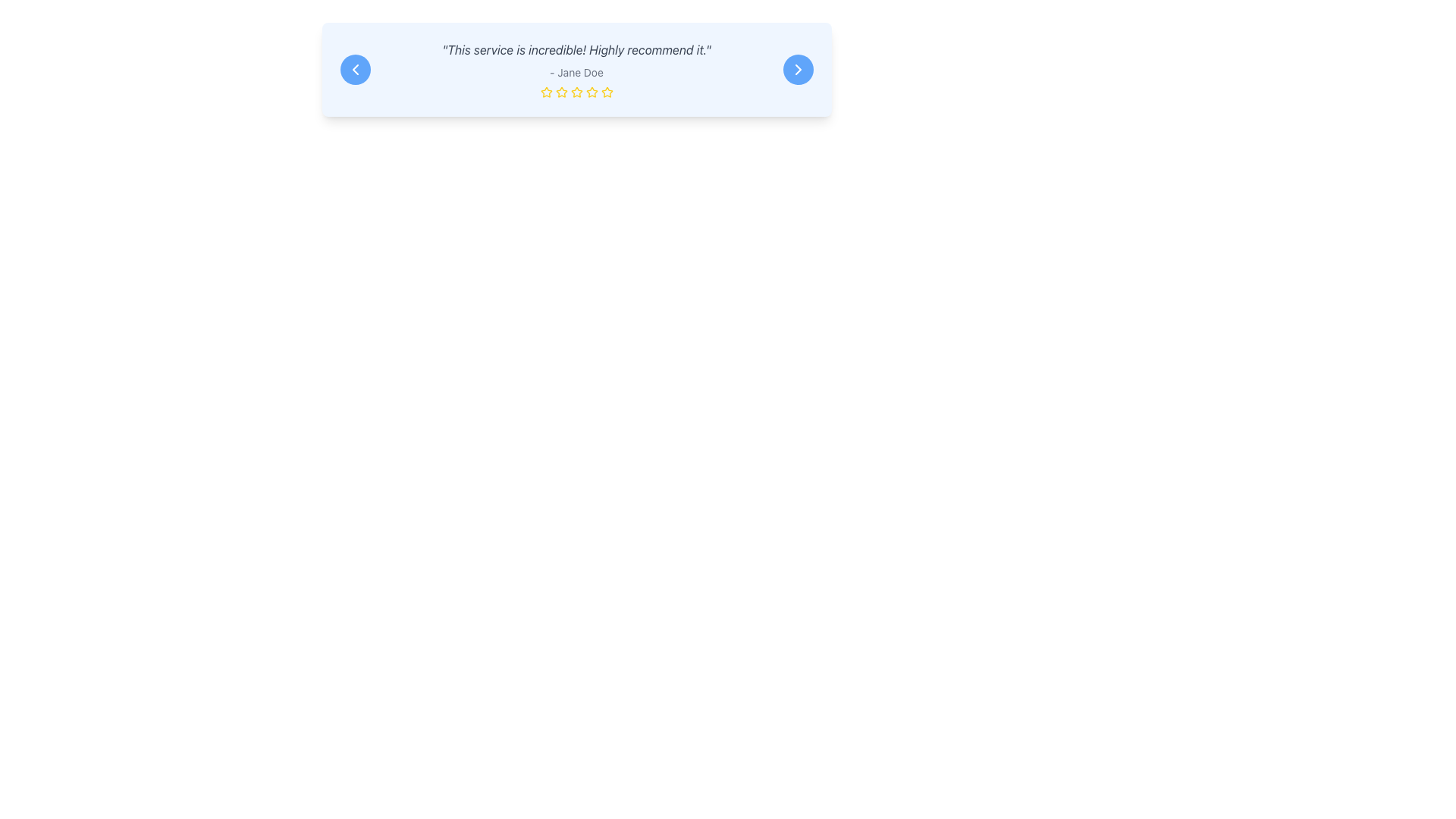  I want to click on the rightward-pointing chevron icon located inside the circular button at the top-right corner of the card-style interface, so click(797, 70).